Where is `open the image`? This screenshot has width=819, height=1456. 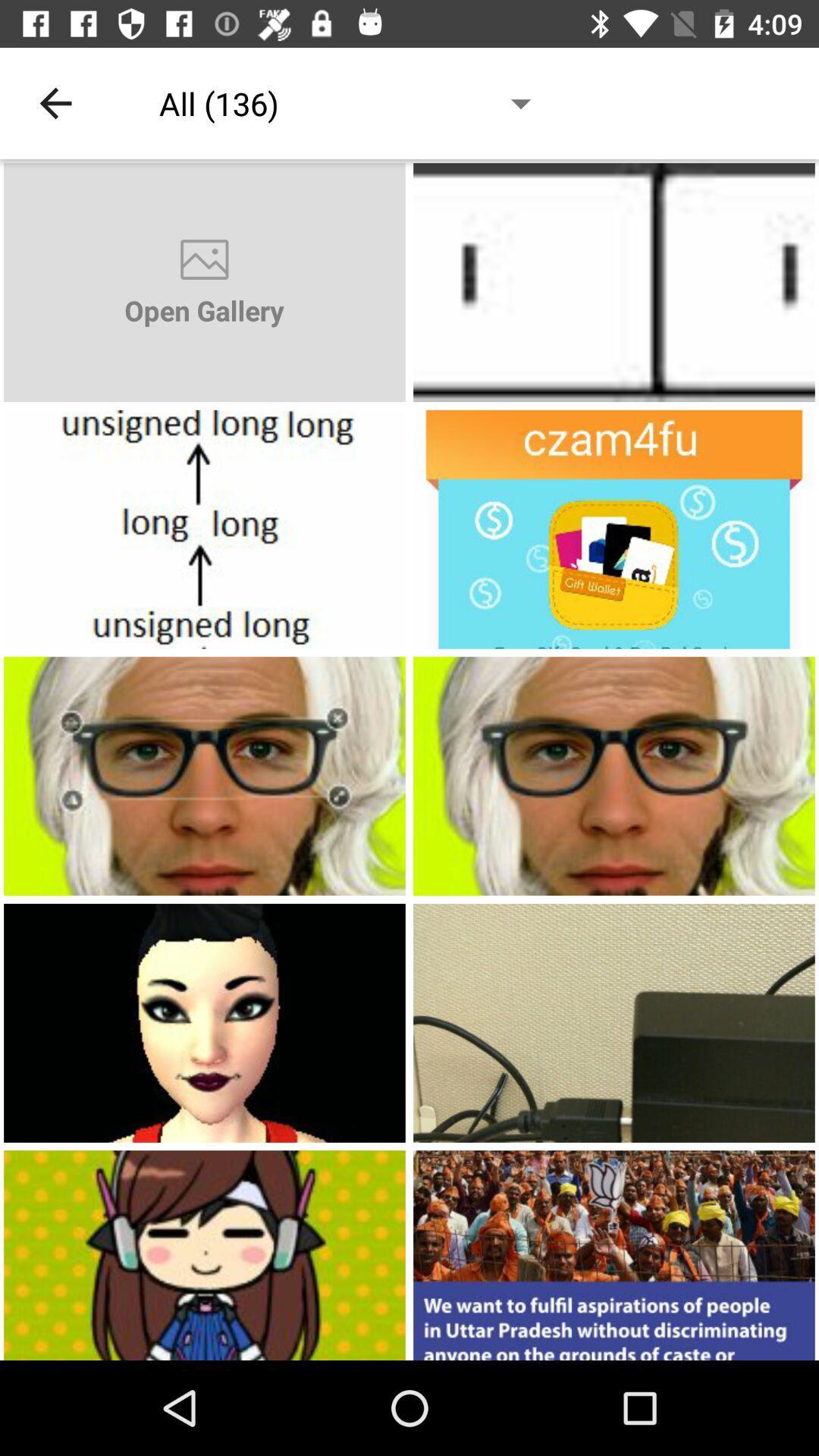 open the image is located at coordinates (614, 529).